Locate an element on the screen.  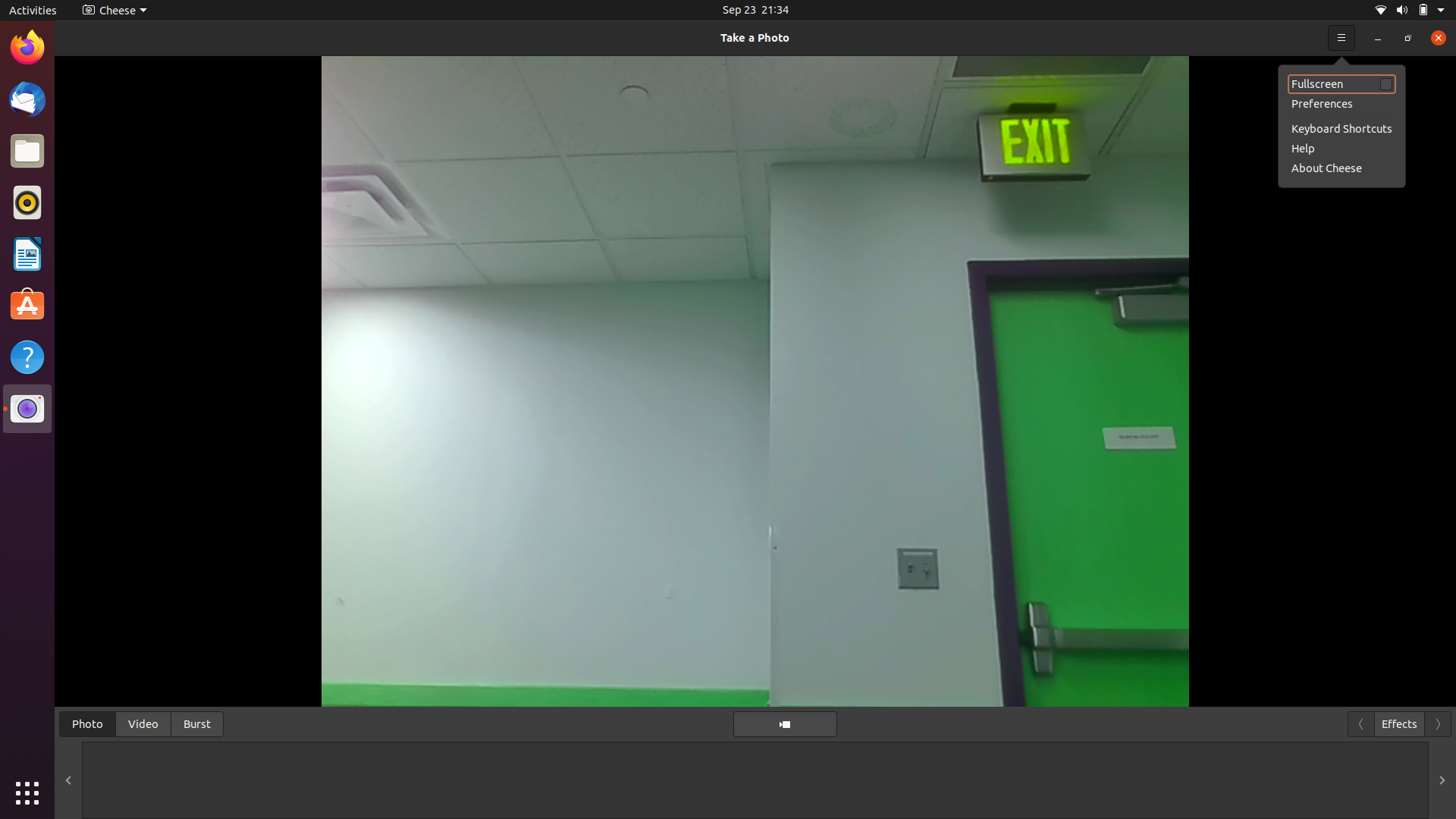
Change camera settings is located at coordinates (111, 9).